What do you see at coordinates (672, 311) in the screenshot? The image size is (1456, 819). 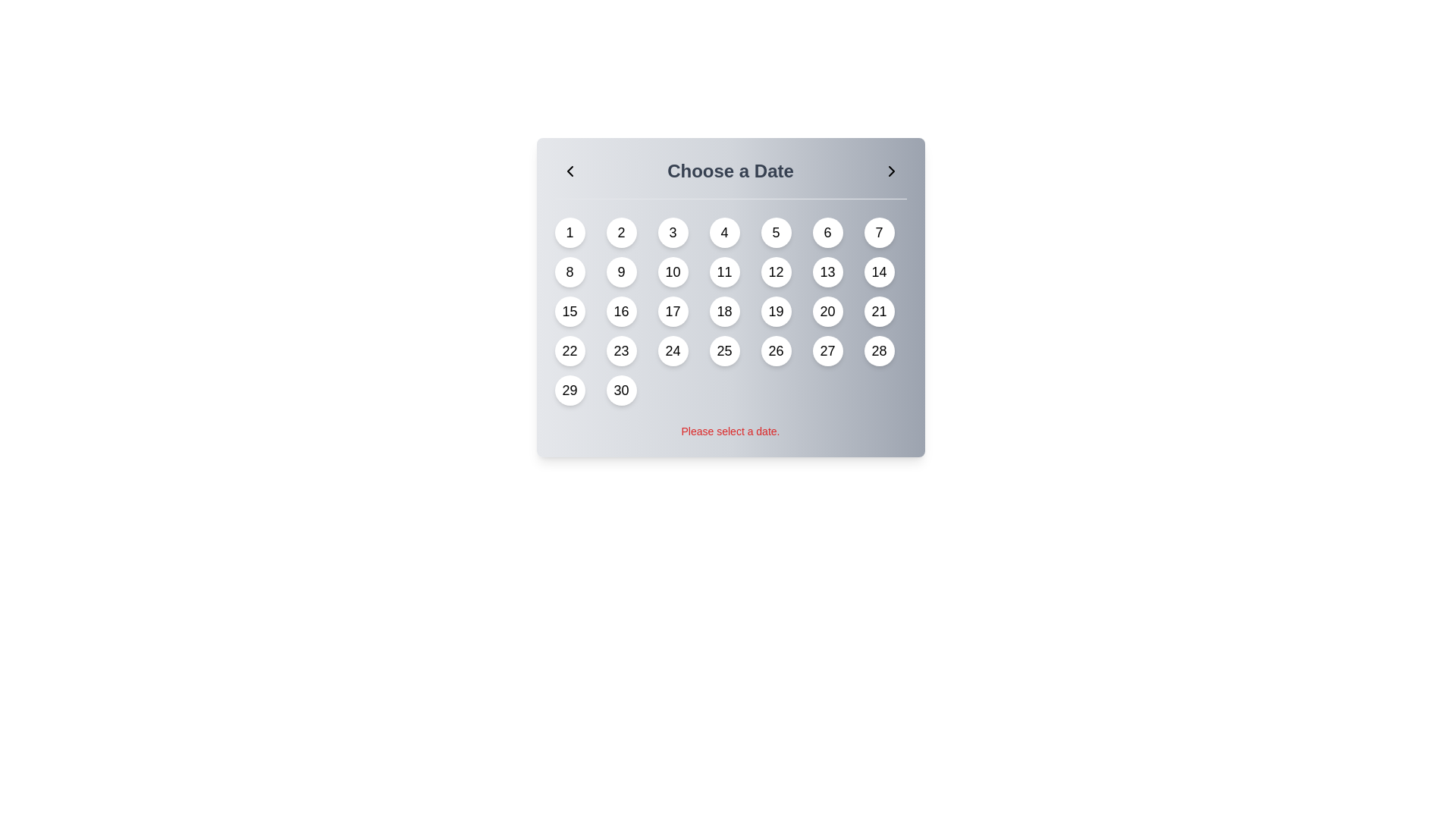 I see `the circular button labeled '17' with a white background` at bounding box center [672, 311].